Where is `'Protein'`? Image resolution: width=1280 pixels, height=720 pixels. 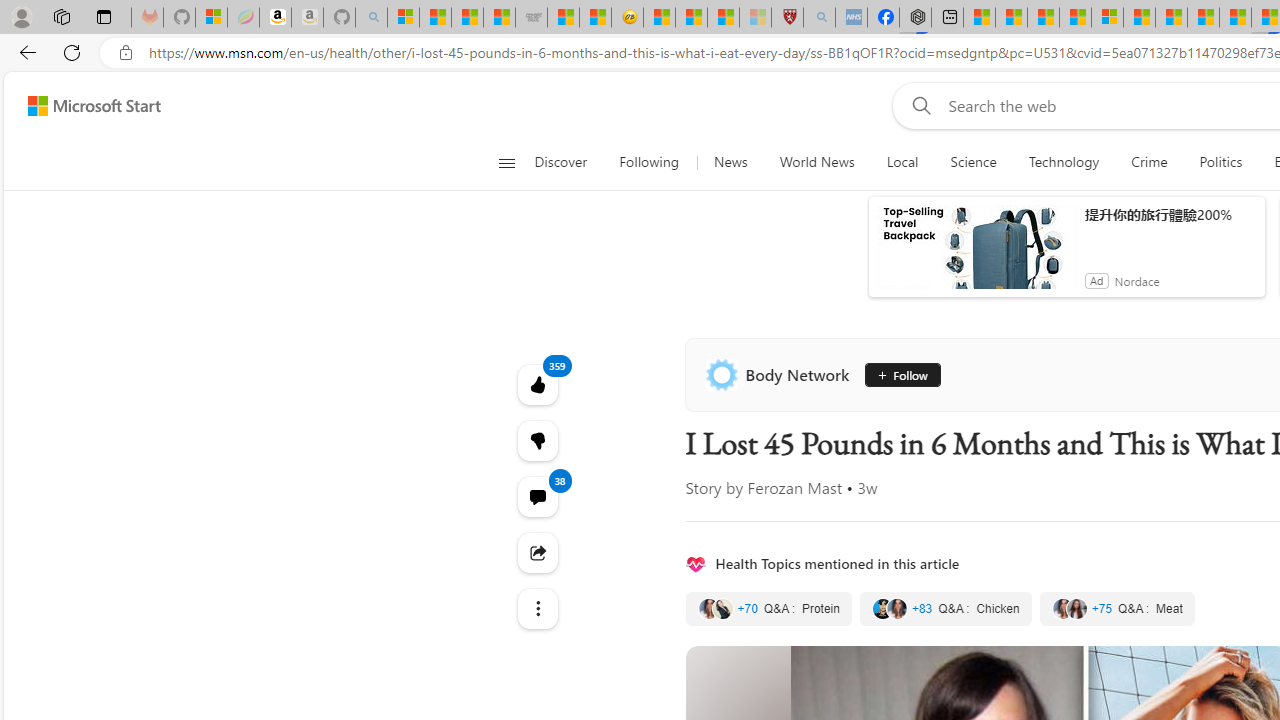 'Protein' is located at coordinates (767, 607).